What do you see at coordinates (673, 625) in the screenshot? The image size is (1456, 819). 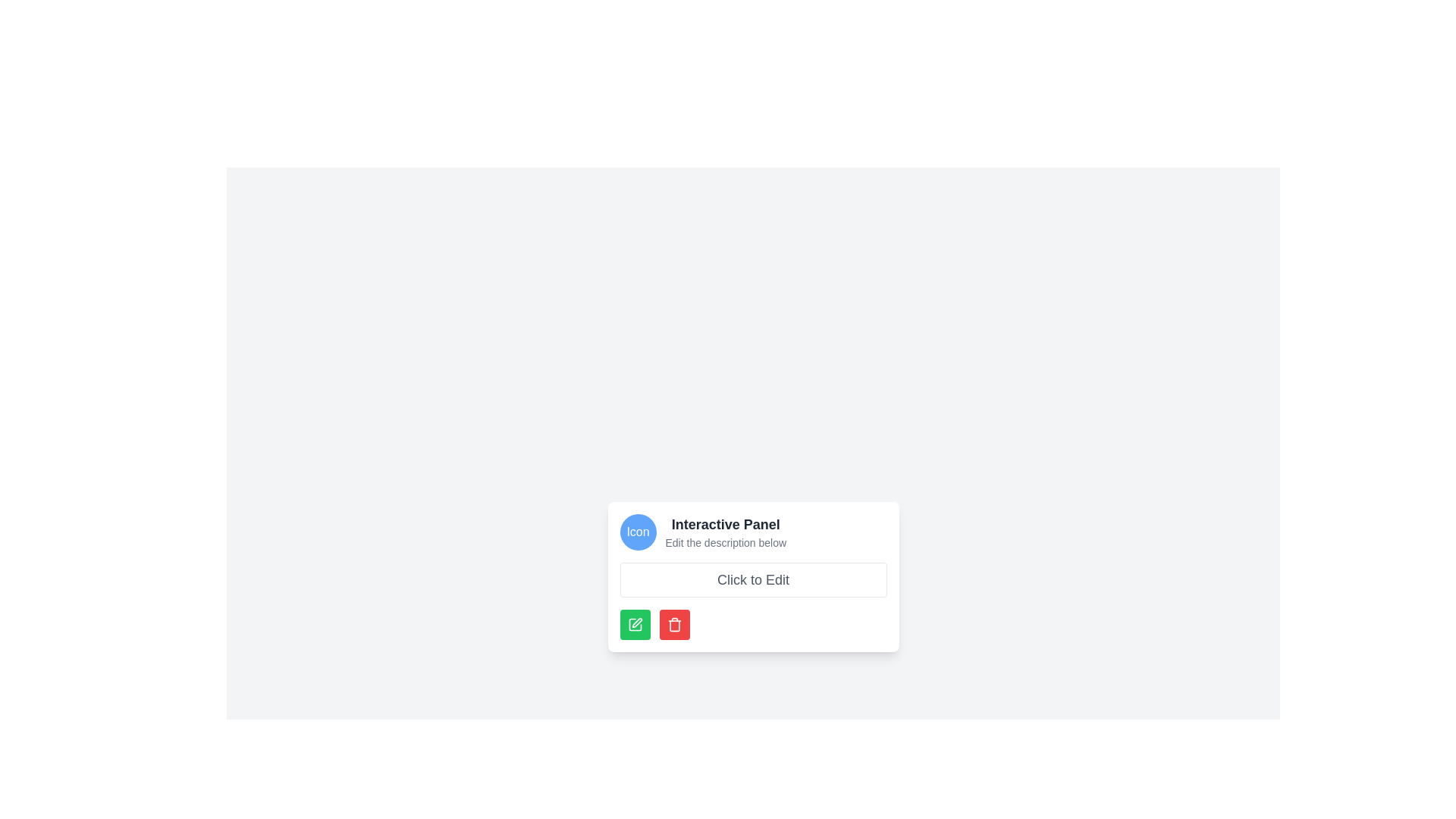 I see `the red delete button, which features a trash can icon, located at the bottom of a card layout to initiate a delete action` at bounding box center [673, 625].